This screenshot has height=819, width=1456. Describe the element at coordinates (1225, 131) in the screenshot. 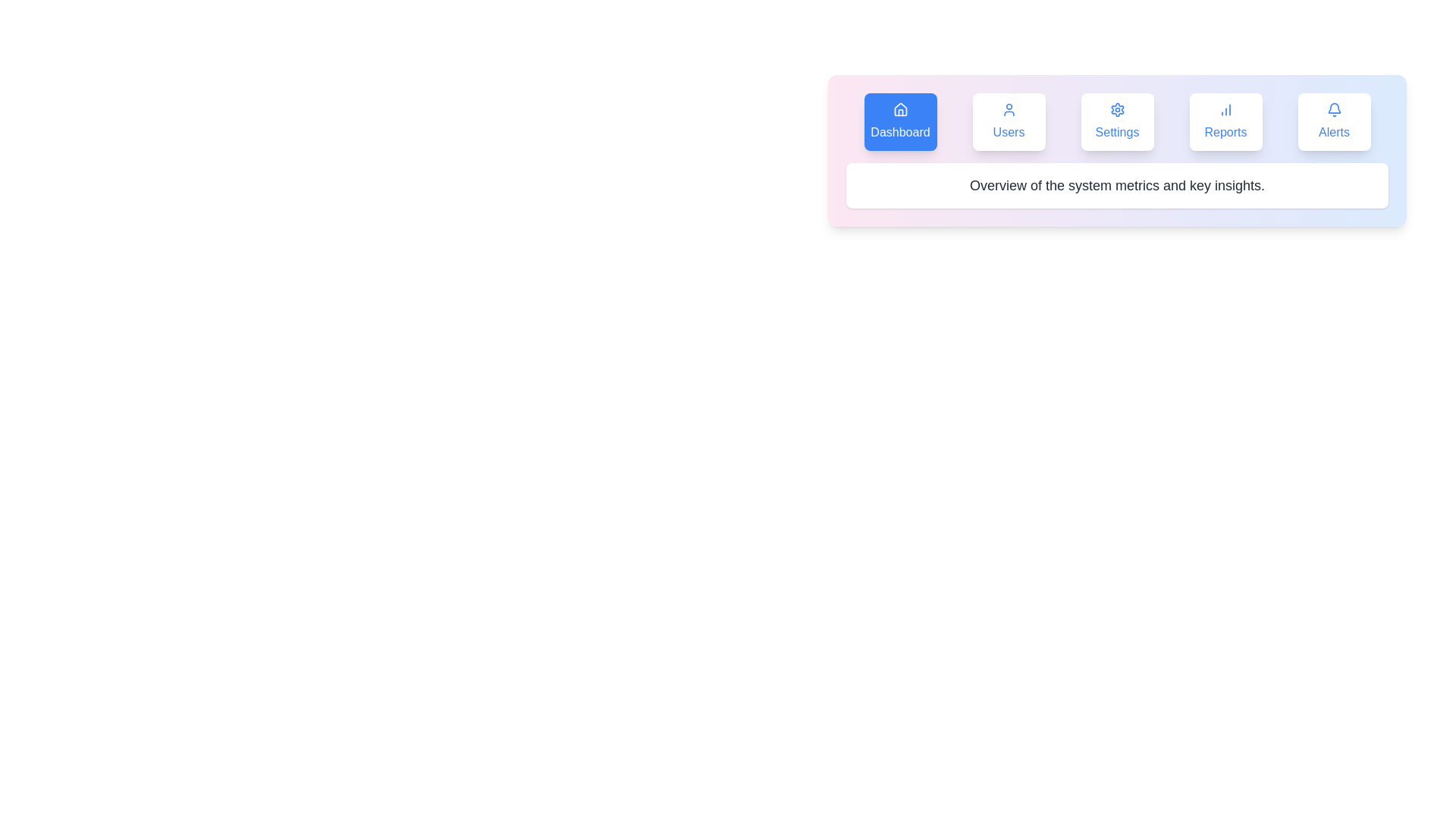

I see `the text label that indicates the purpose of the 'Reports' button, which is located at the bottom of the button in the navigation bar` at that location.